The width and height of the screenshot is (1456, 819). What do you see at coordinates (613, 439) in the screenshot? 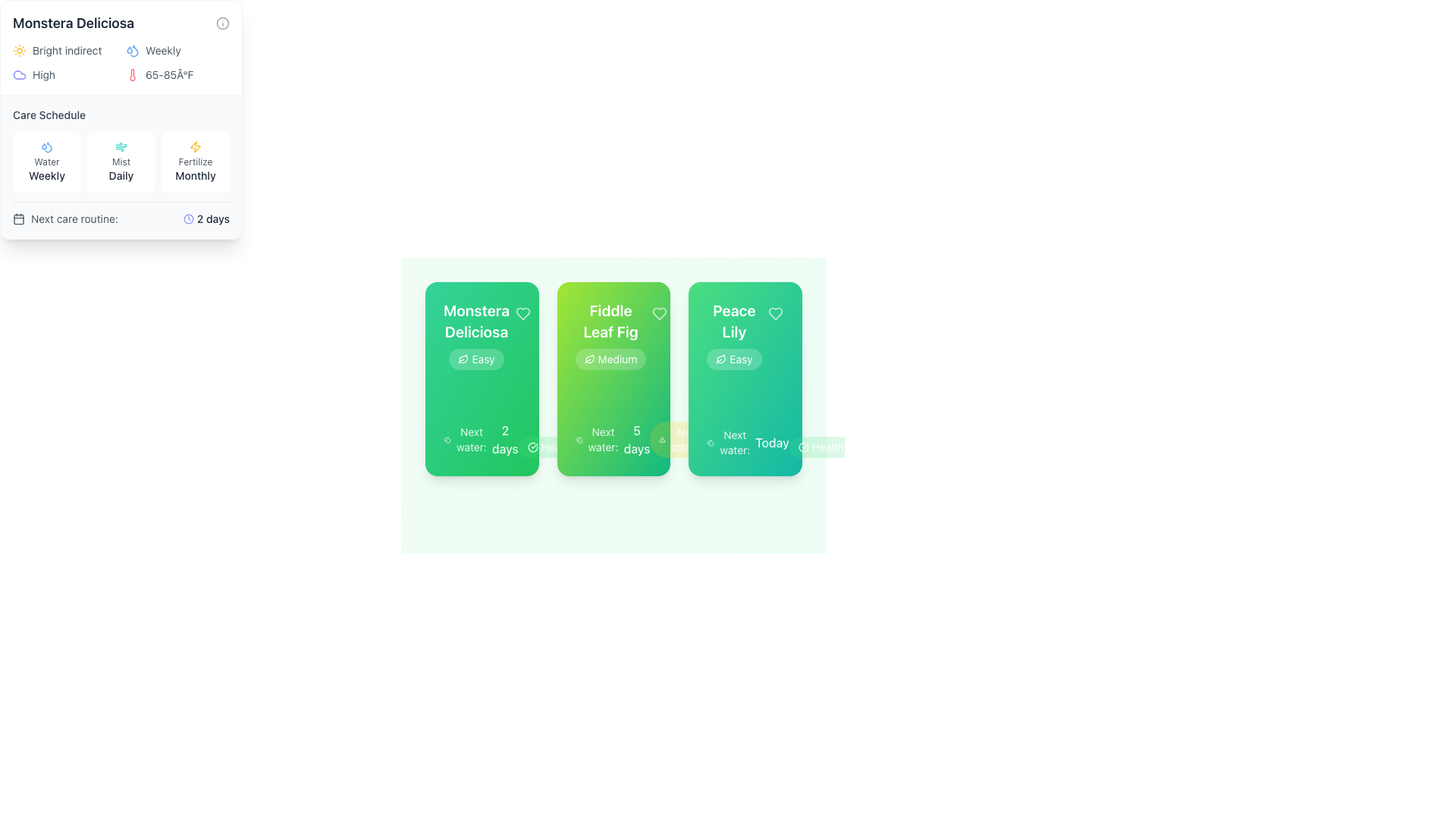
I see `text content 'Next water: 5 days' located at the bottom of the card labeled 'Fiddle Leaf Fig', with '5' in bold for emphasis` at bounding box center [613, 439].